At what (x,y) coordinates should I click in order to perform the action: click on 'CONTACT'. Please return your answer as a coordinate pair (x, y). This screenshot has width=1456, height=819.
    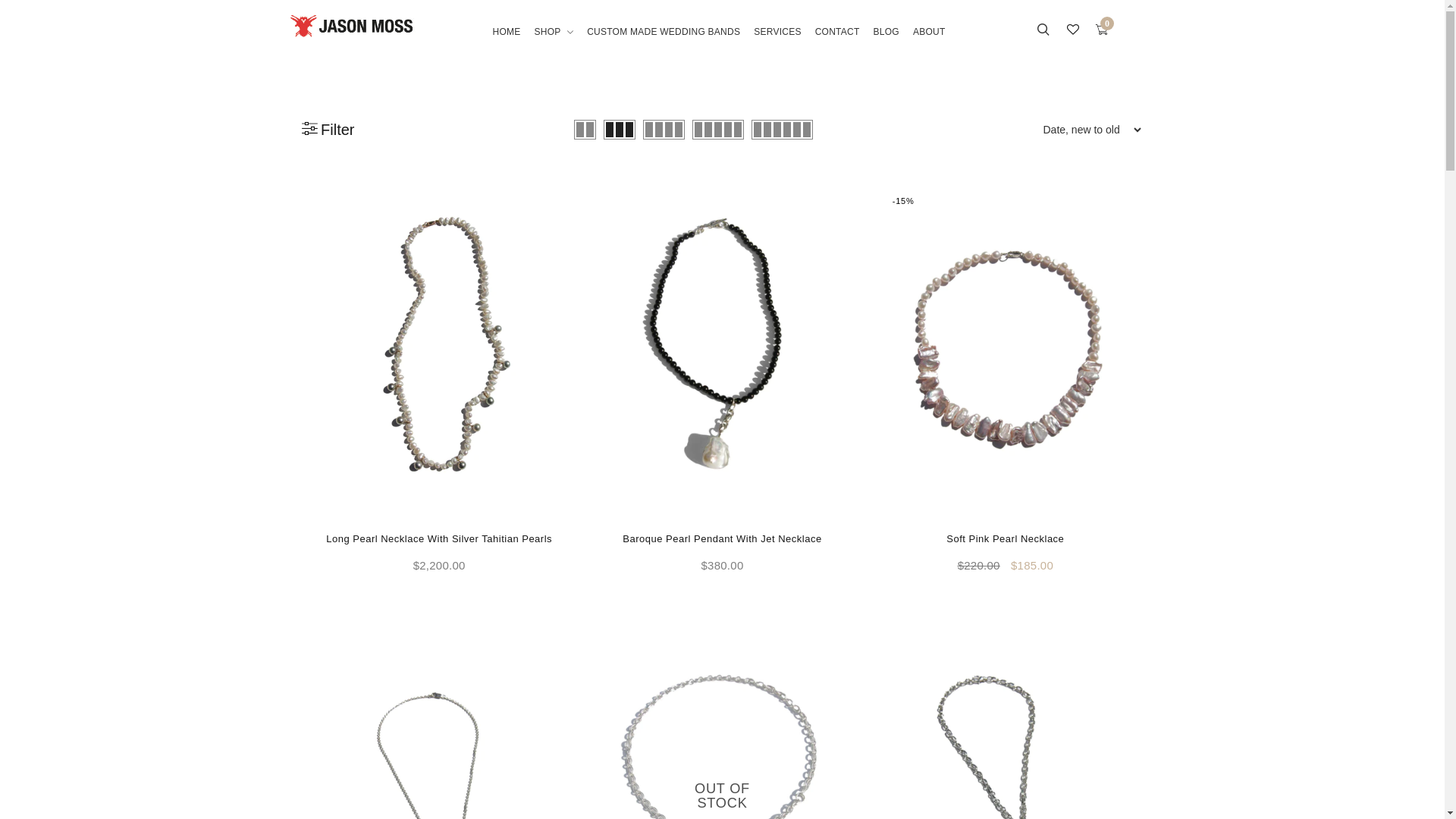
    Looking at the image, I should click on (836, 42).